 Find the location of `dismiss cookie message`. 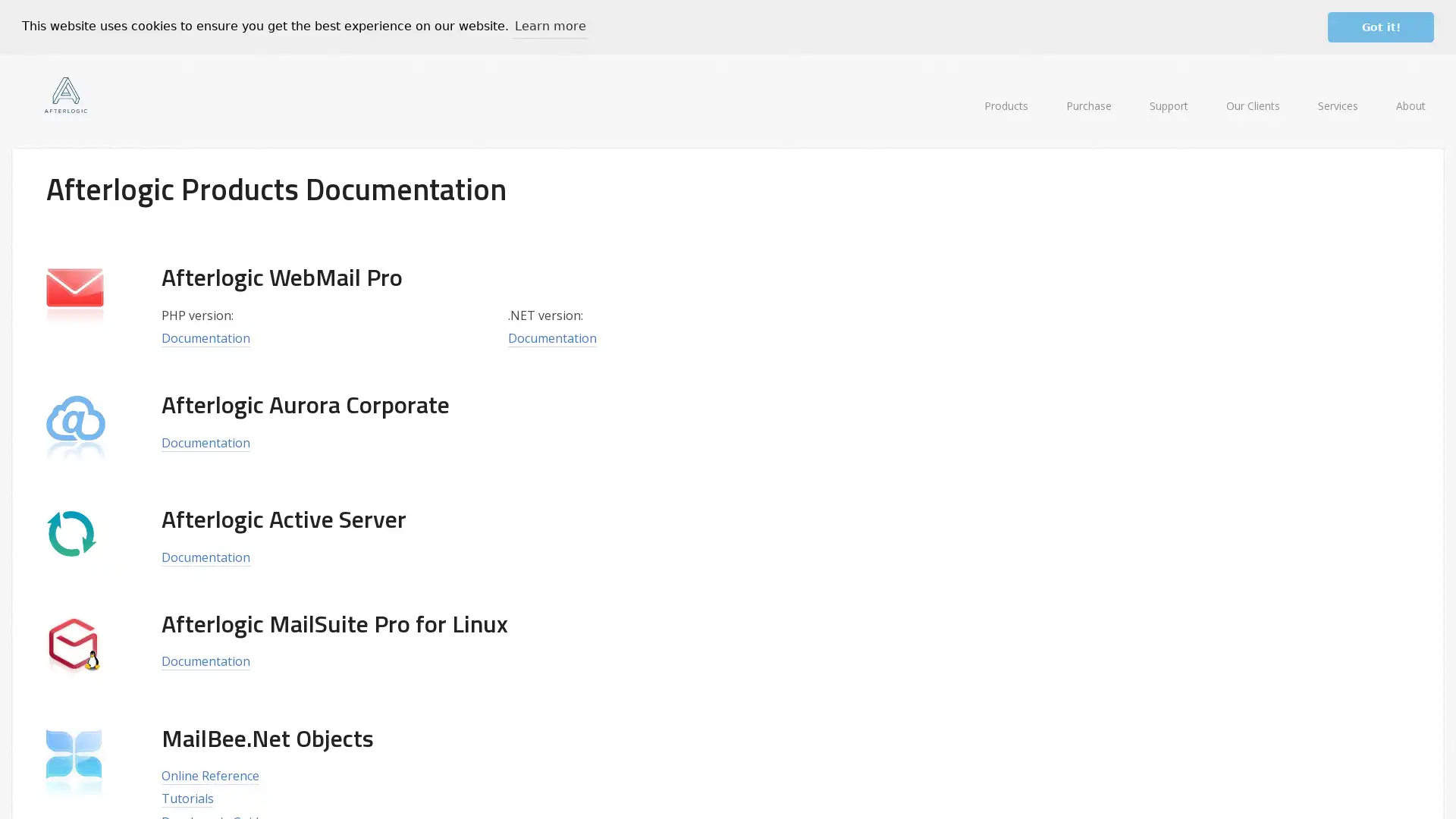

dismiss cookie message is located at coordinates (1380, 27).